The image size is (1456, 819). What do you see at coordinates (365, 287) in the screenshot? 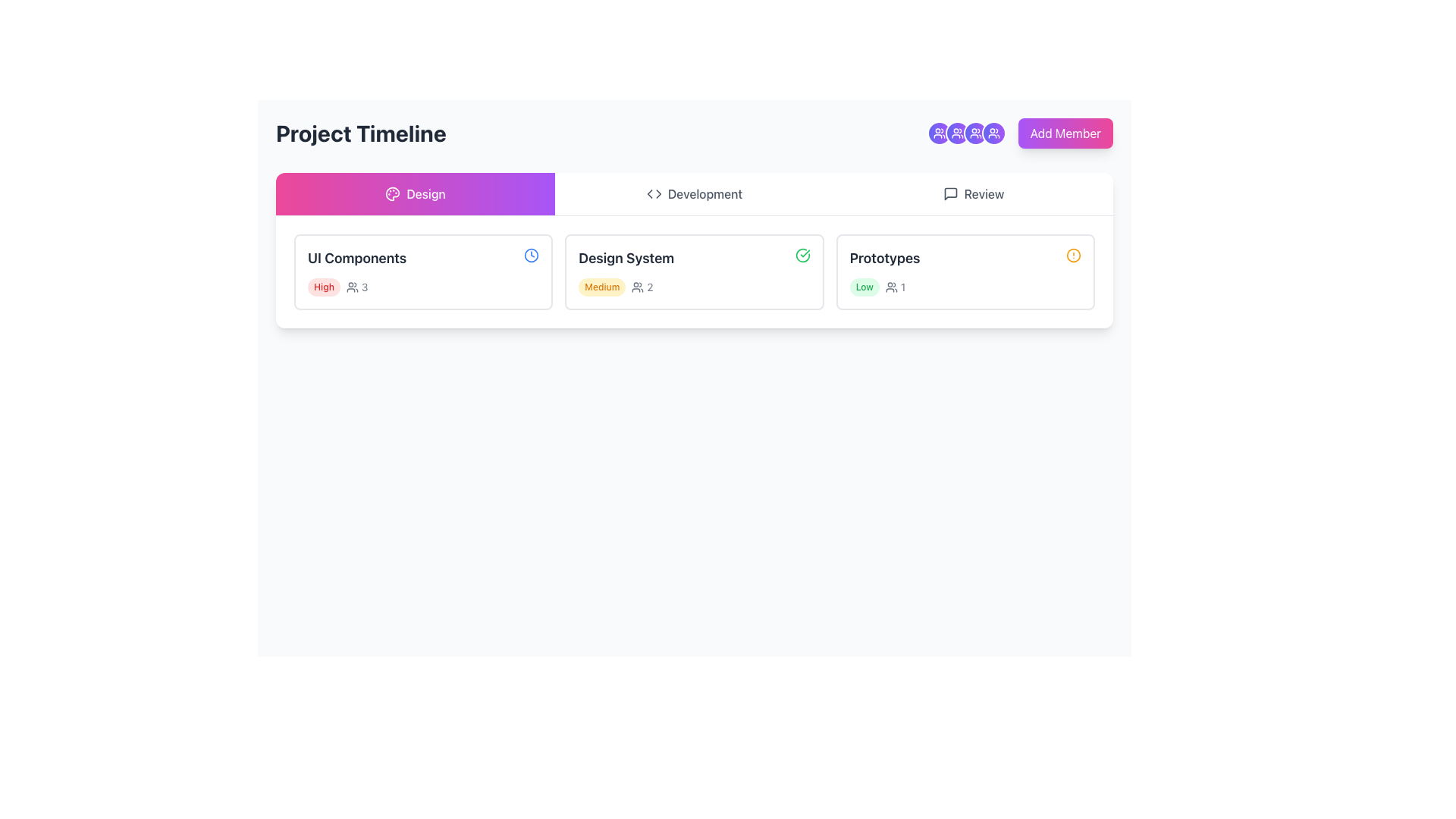
I see `the text element indicating the number of users associated with the 'UI Components' in the 'Design' tab` at bounding box center [365, 287].